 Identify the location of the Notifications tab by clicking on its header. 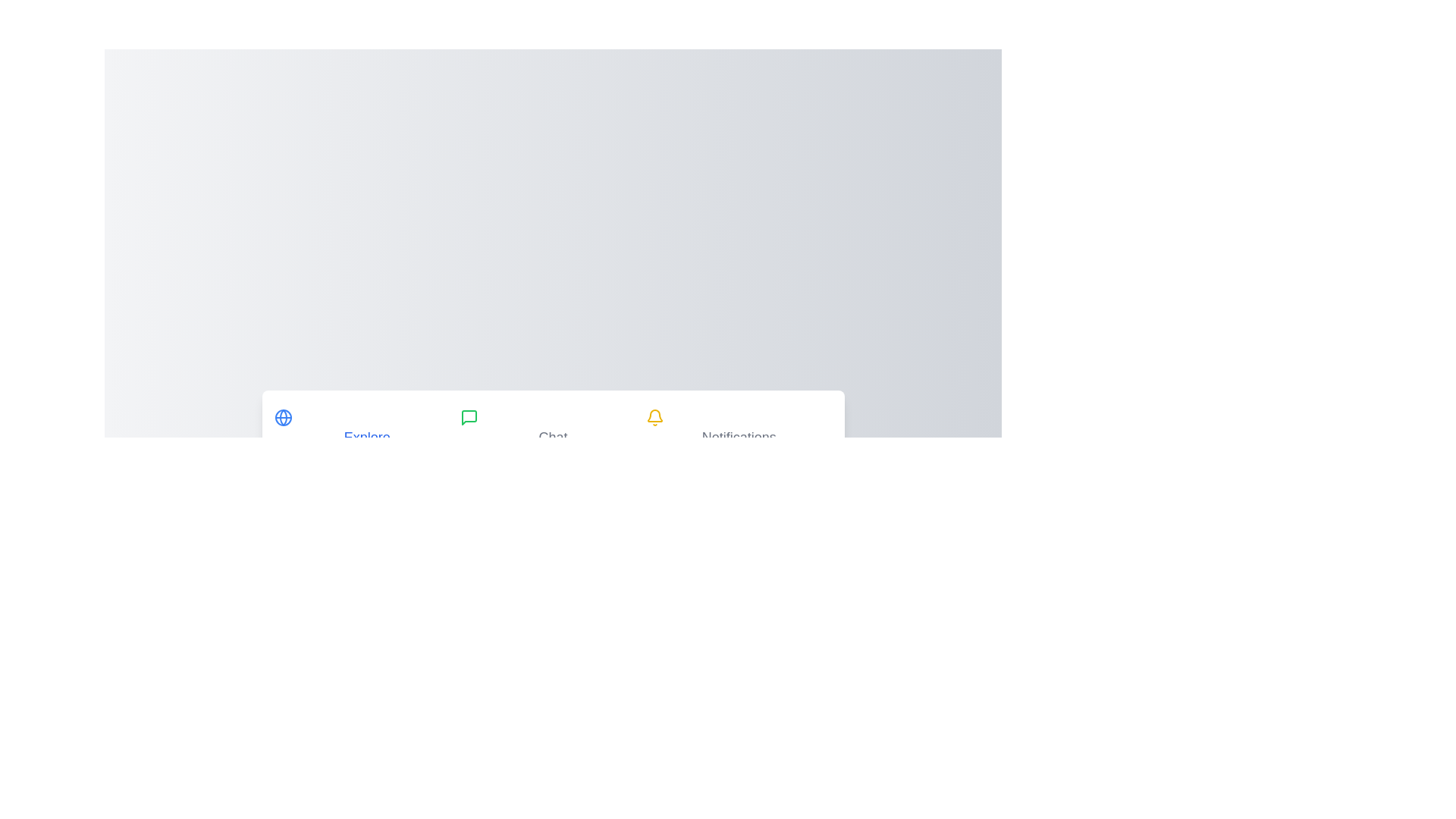
(739, 429).